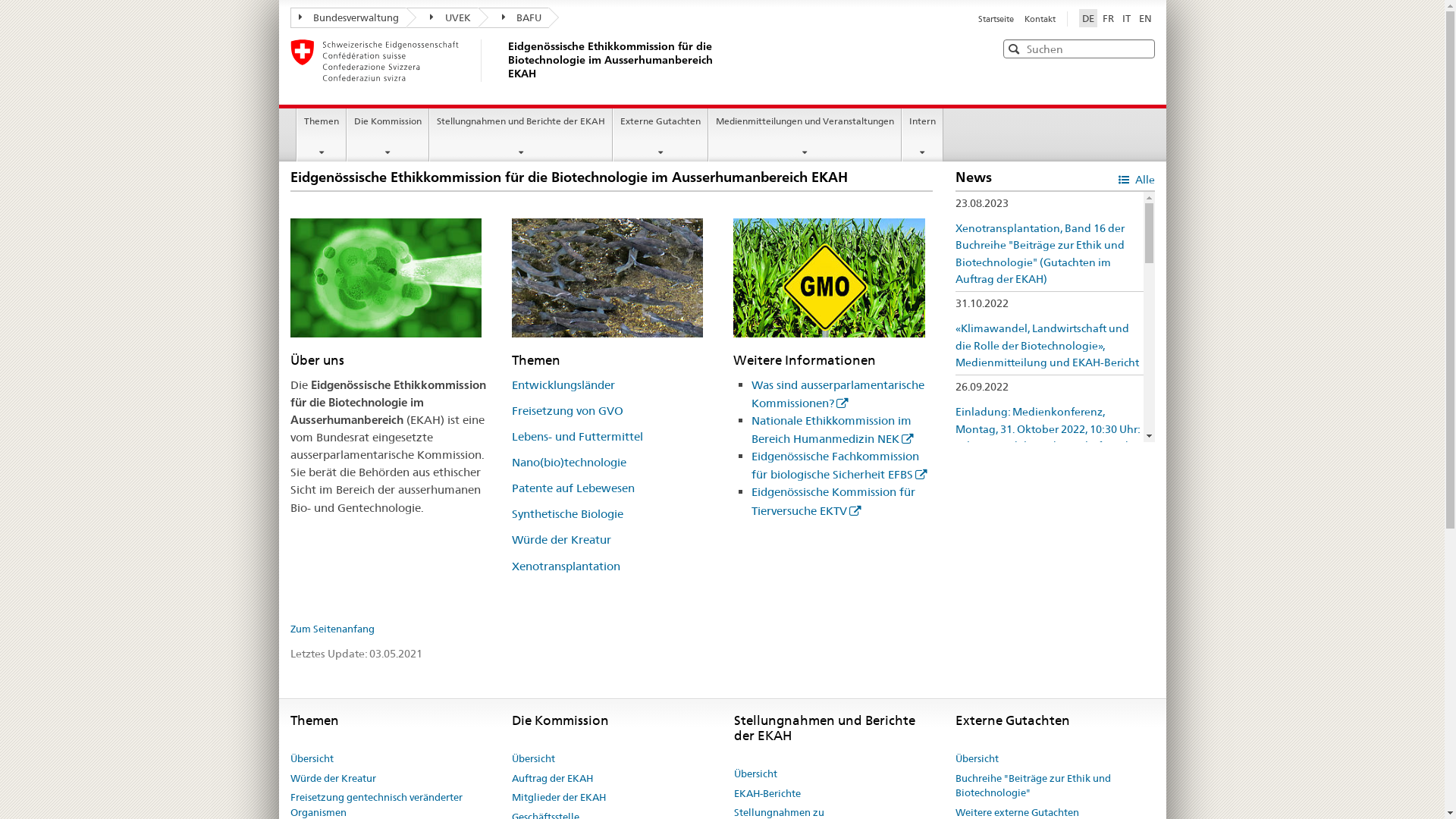 The width and height of the screenshot is (1456, 819). What do you see at coordinates (568, 461) in the screenshot?
I see `'Nano(bio)technologie'` at bounding box center [568, 461].